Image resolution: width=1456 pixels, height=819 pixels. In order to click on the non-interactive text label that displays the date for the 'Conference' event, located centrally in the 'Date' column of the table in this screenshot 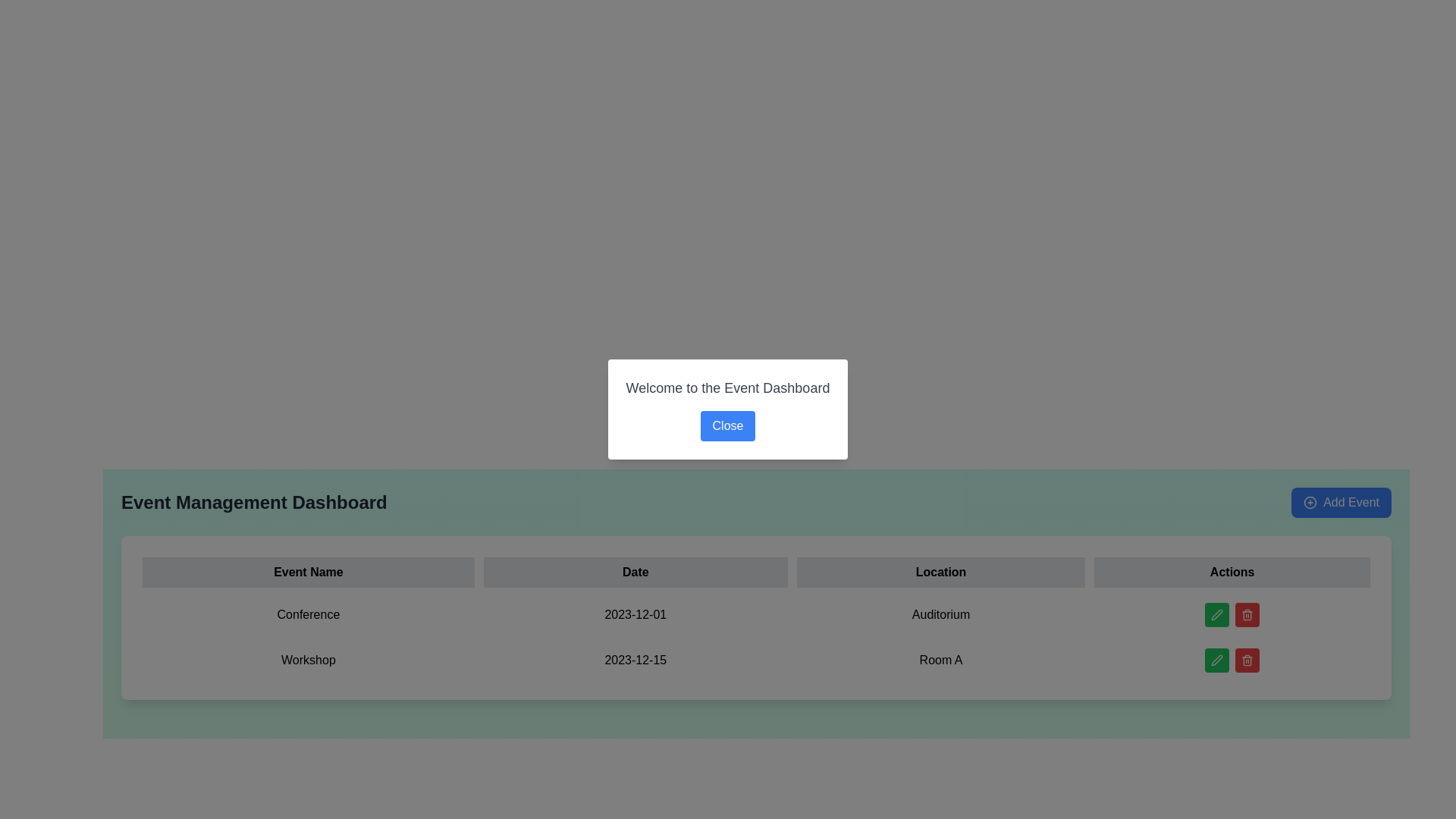, I will do `click(635, 614)`.